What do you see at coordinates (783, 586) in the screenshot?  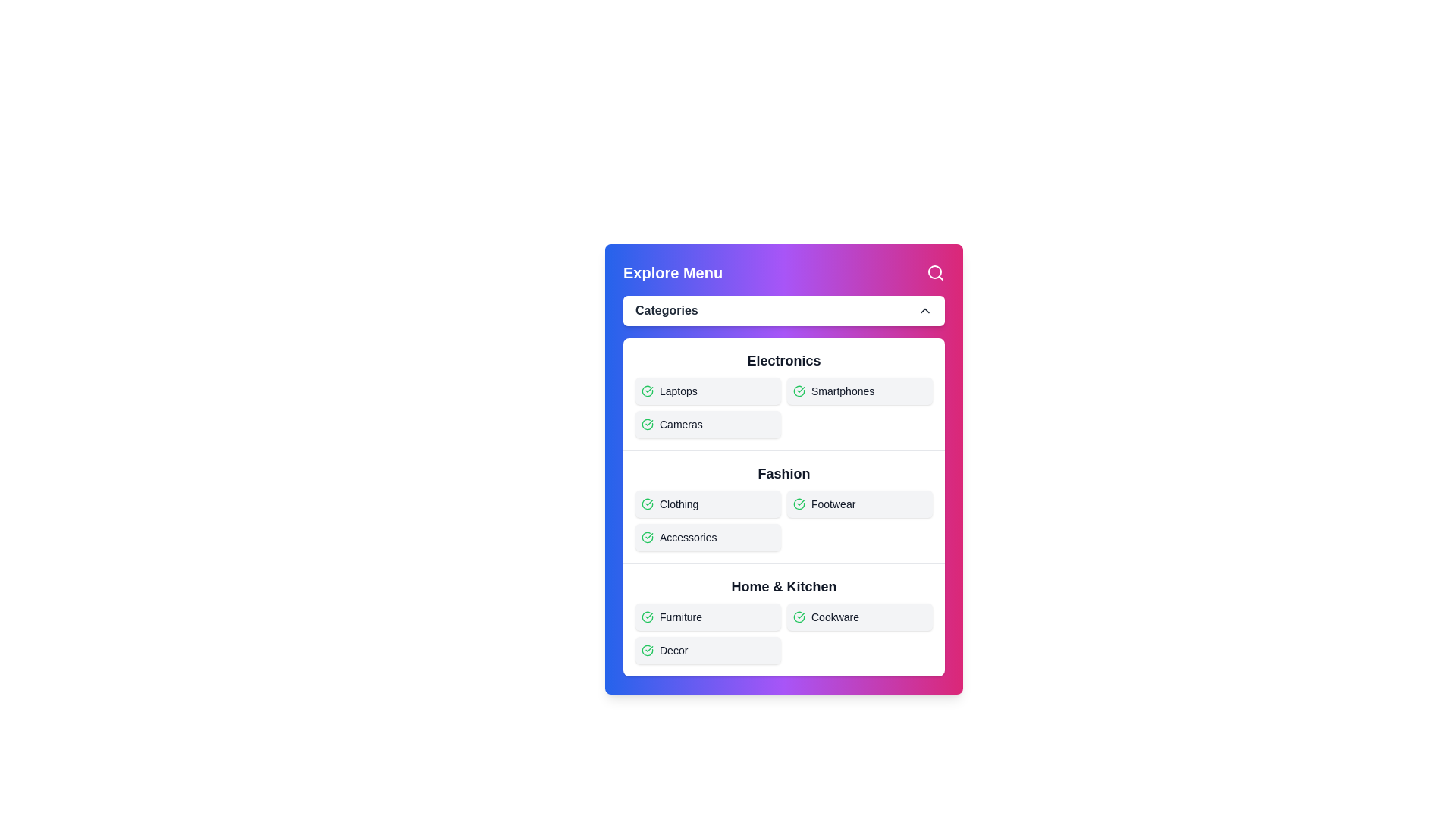 I see `the 'Home & Kitchen' text label, which is a bold and large font element located at the top of the menu section, below the 'Fashion' category` at bounding box center [783, 586].